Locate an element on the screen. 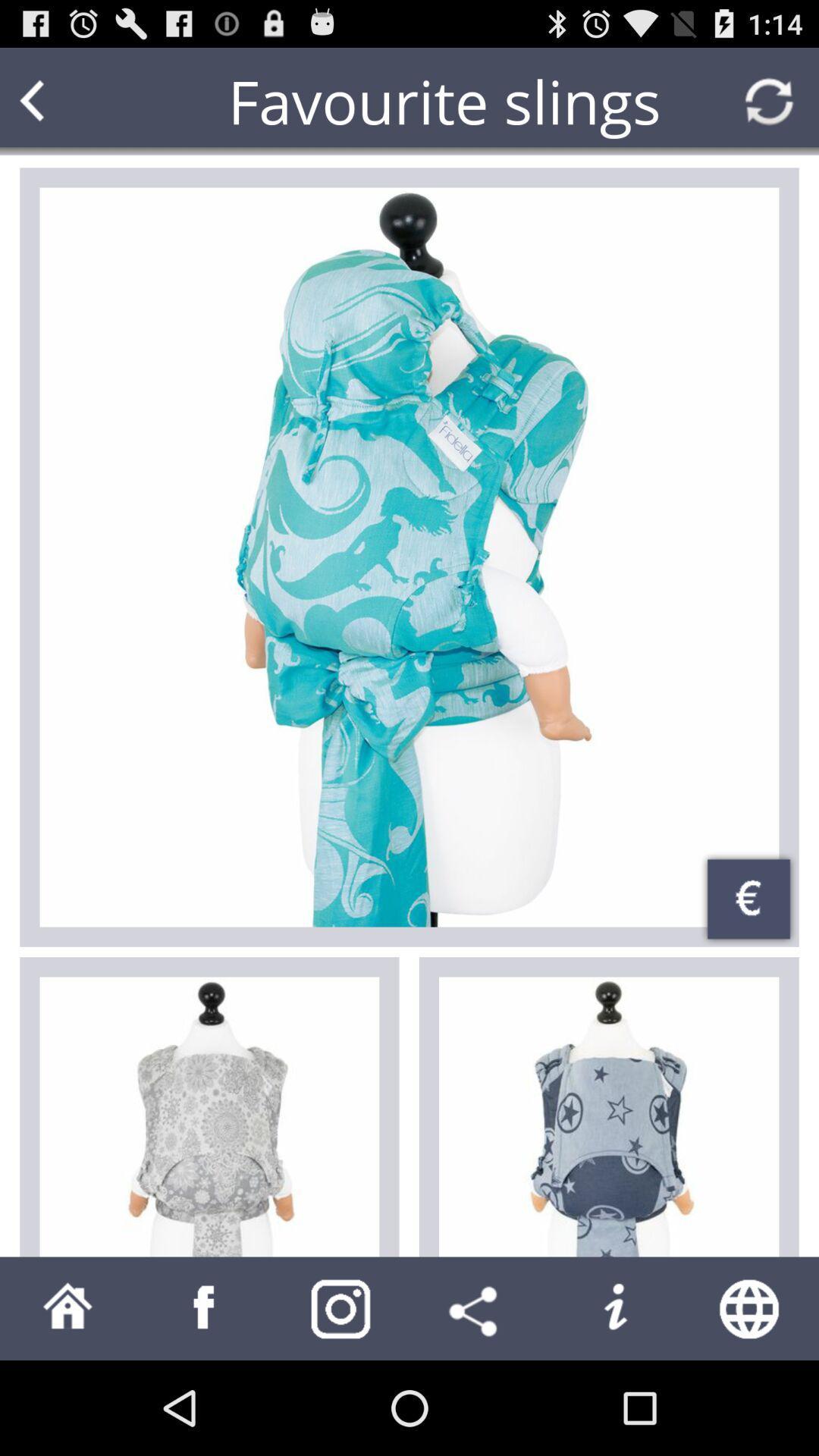  instagram is located at coordinates (341, 1307).